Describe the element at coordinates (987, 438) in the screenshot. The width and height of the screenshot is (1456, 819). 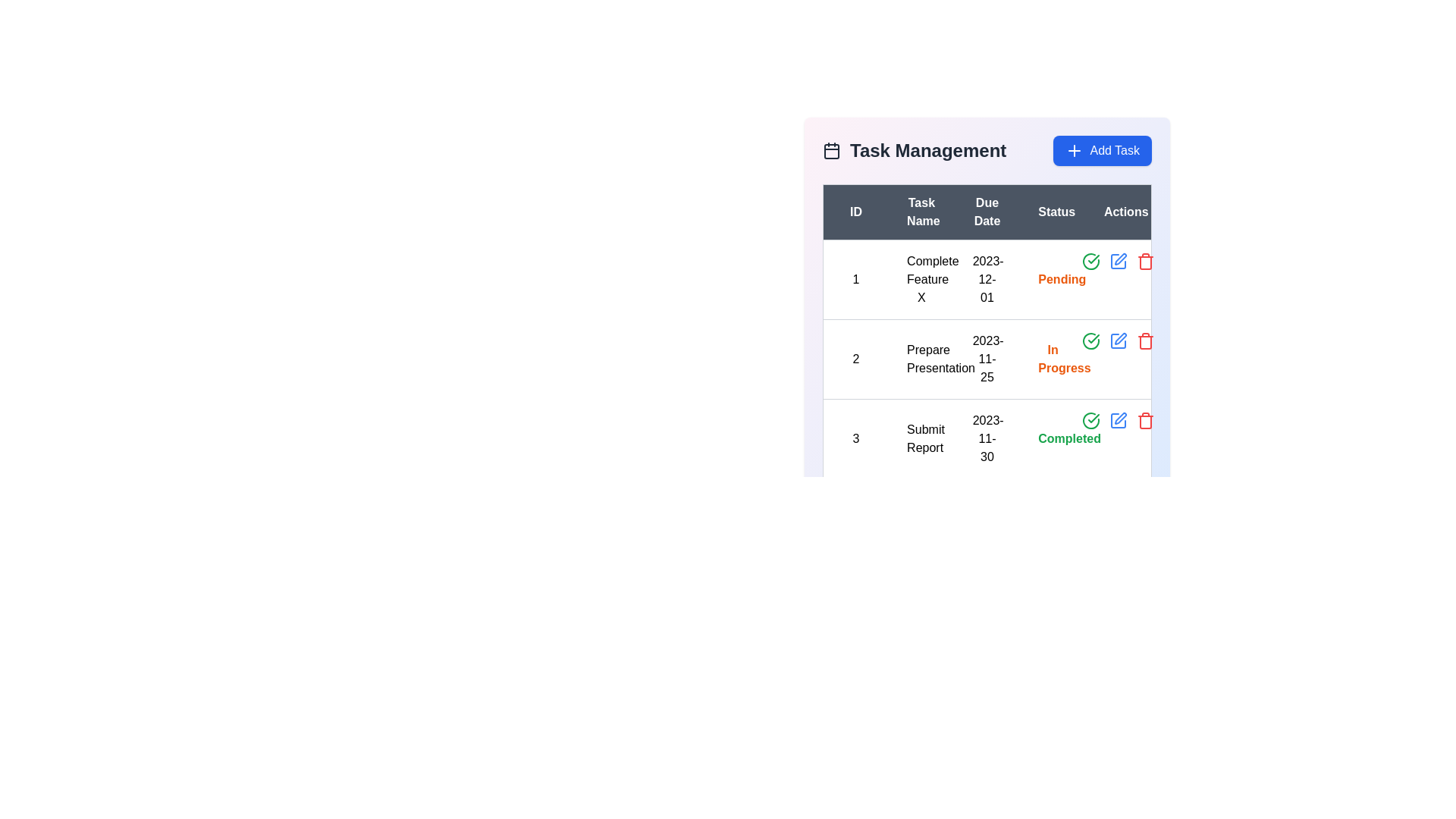
I see `the static text displaying the due date '2023-11-30' located in the third entry under the 'Due Date' column of the task table` at that location.